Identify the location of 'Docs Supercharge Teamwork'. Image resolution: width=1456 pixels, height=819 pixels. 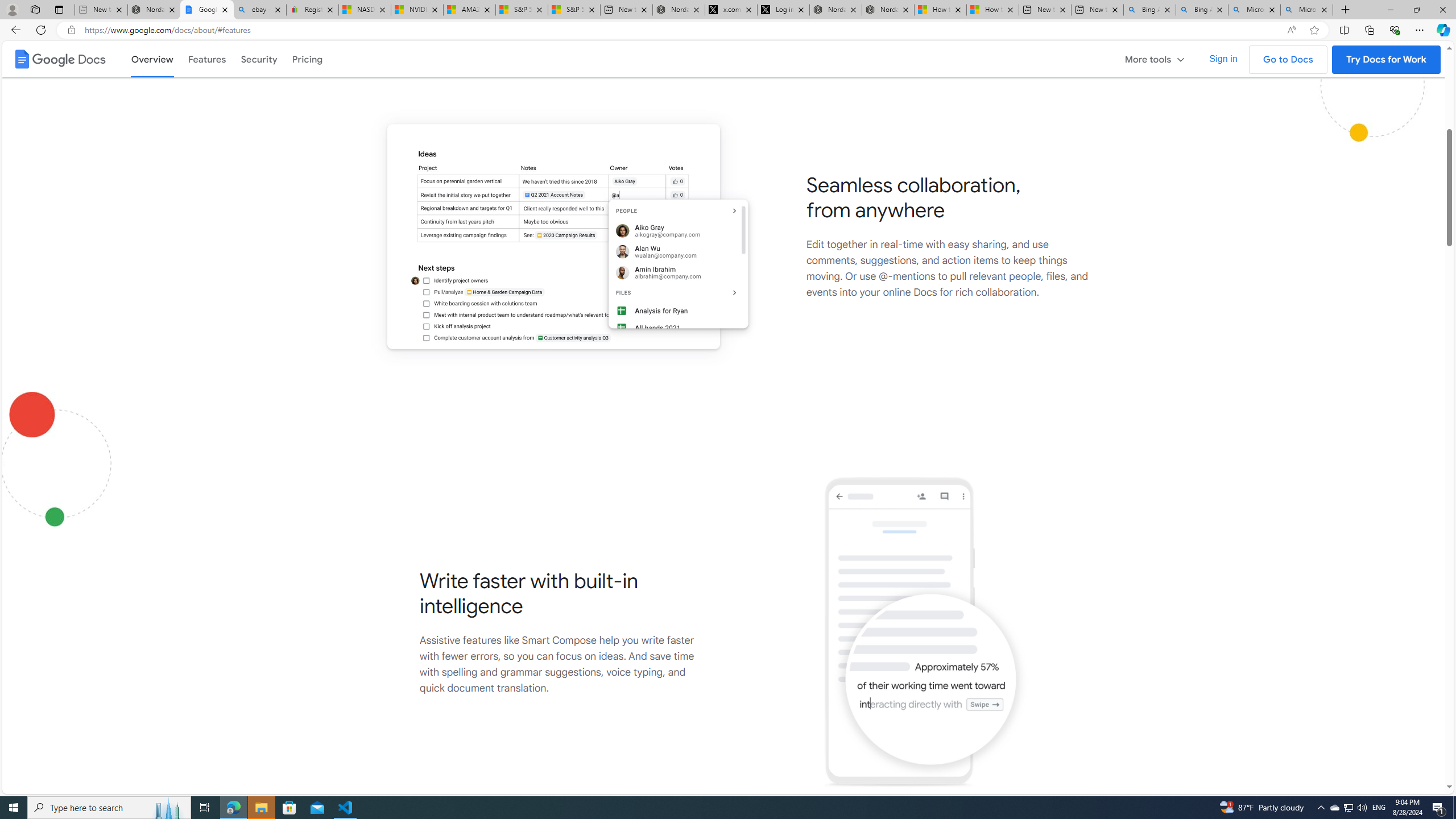
(562, 235).